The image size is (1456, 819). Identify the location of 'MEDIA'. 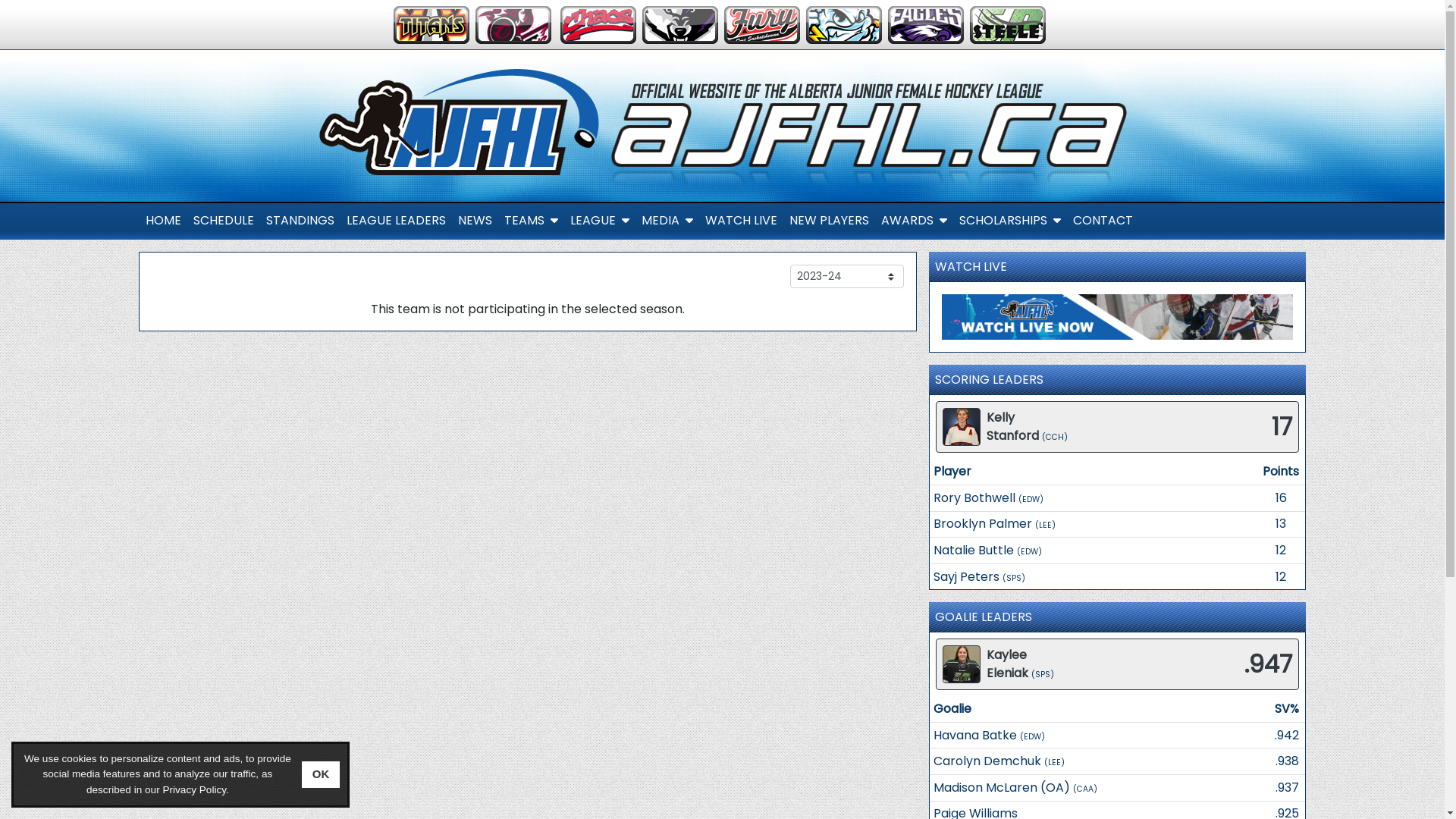
(667, 220).